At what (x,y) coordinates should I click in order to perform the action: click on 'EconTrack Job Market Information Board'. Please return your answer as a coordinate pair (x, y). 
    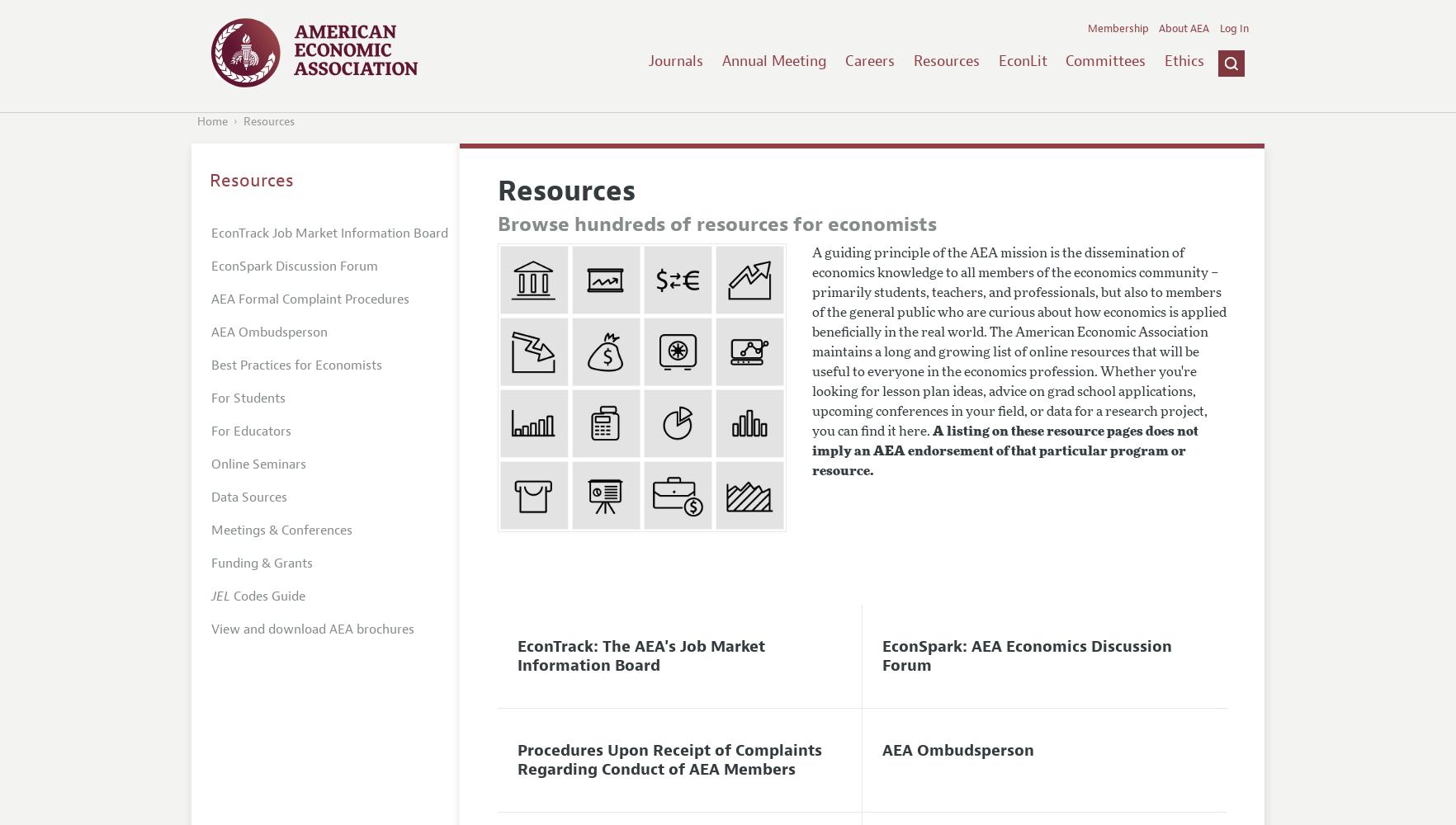
    Looking at the image, I should click on (329, 233).